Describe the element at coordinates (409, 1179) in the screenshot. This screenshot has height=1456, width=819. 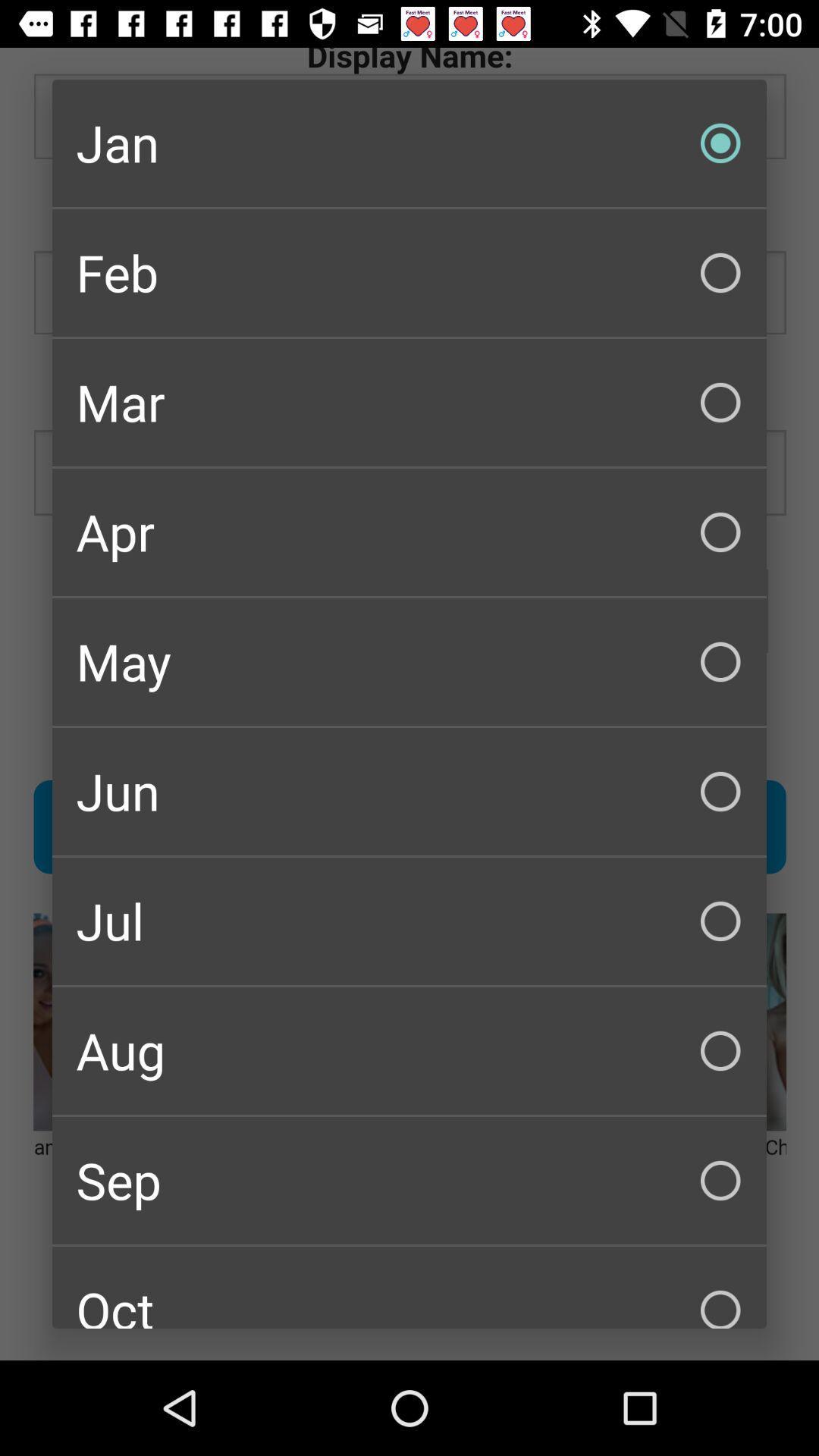
I see `sep icon` at that location.